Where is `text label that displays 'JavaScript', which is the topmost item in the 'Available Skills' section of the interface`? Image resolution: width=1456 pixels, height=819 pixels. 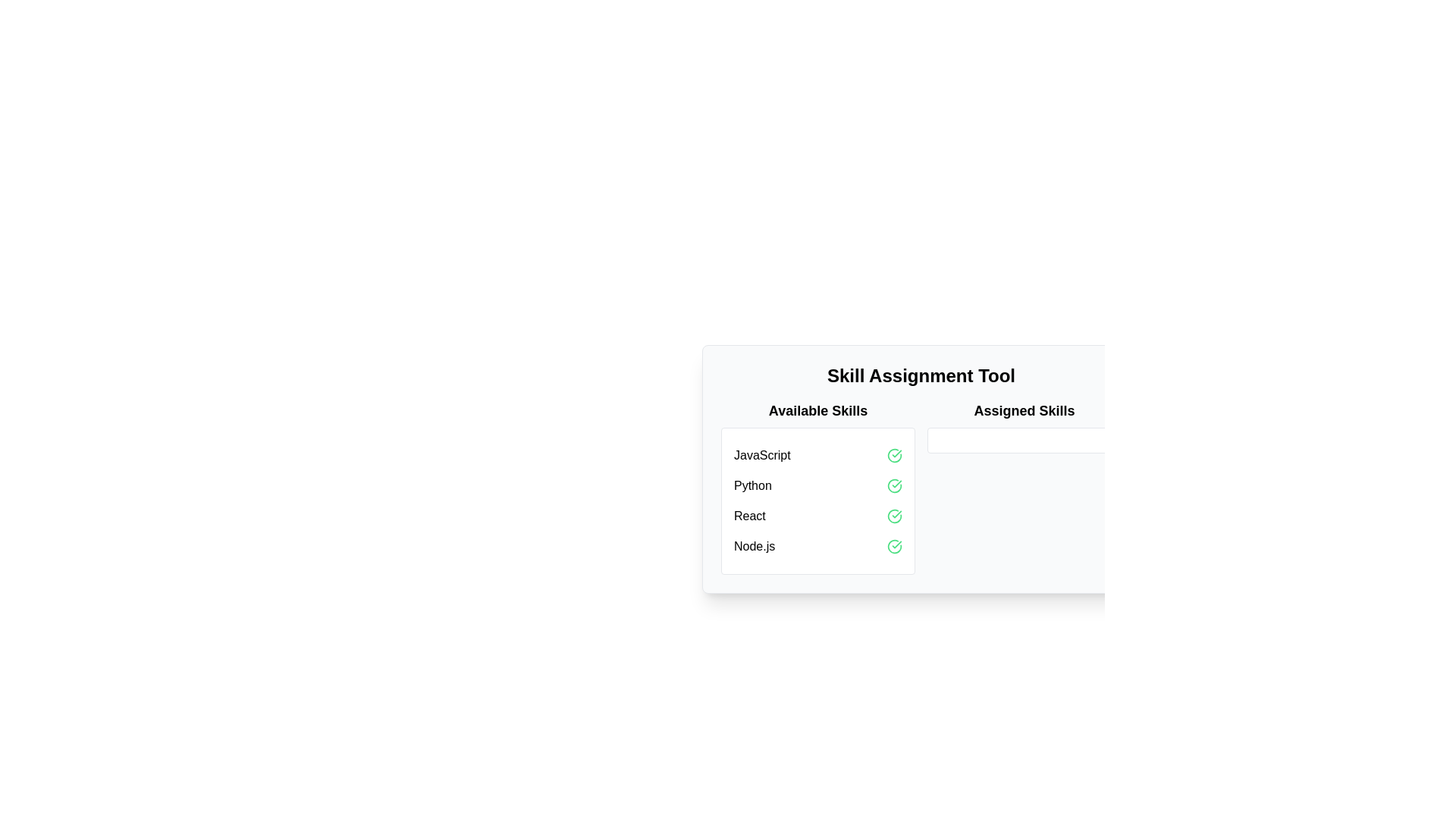
text label that displays 'JavaScript', which is the topmost item in the 'Available Skills' section of the interface is located at coordinates (762, 455).